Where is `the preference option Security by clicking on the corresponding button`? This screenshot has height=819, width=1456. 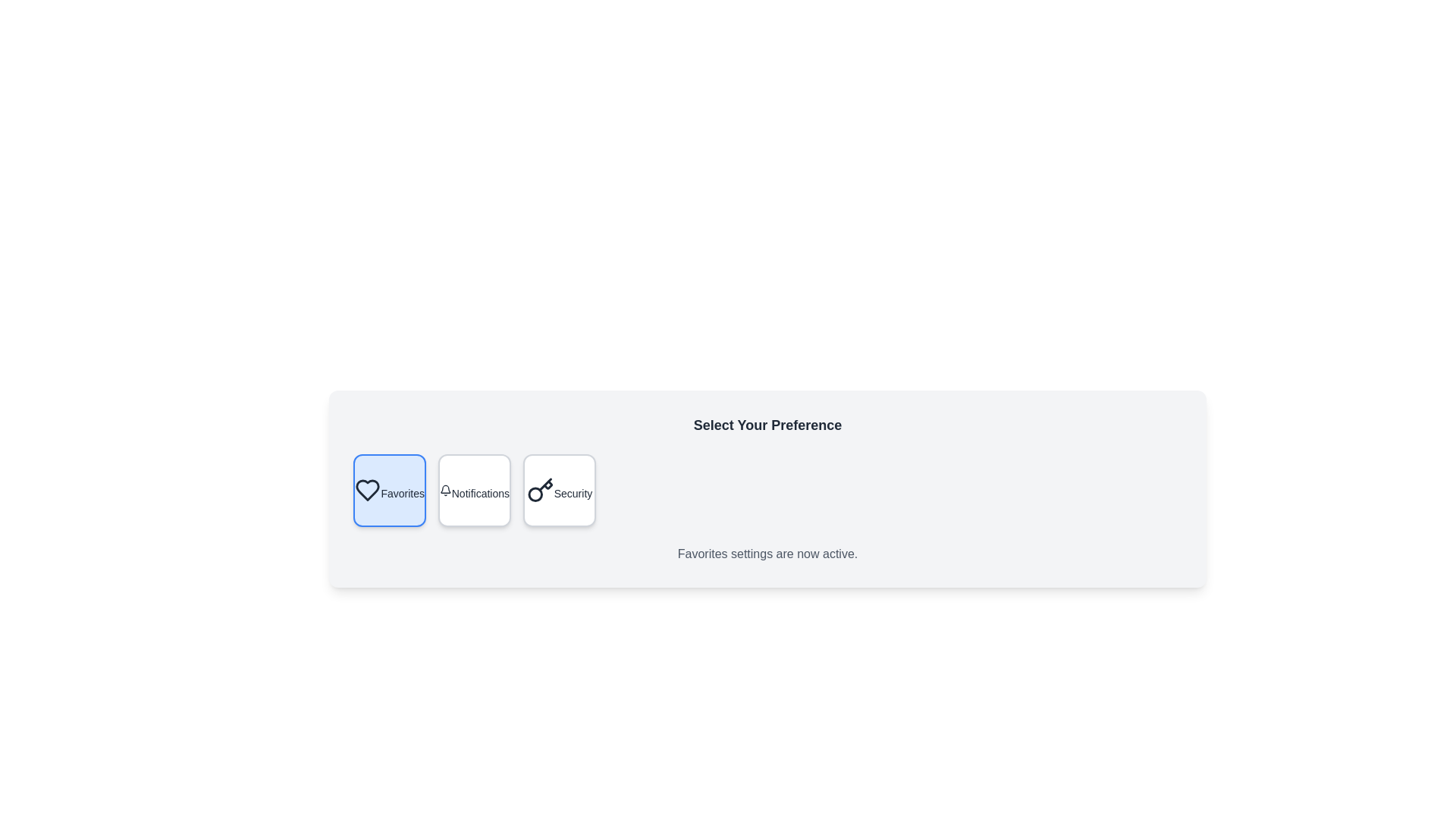 the preference option Security by clicking on the corresponding button is located at coordinates (559, 491).